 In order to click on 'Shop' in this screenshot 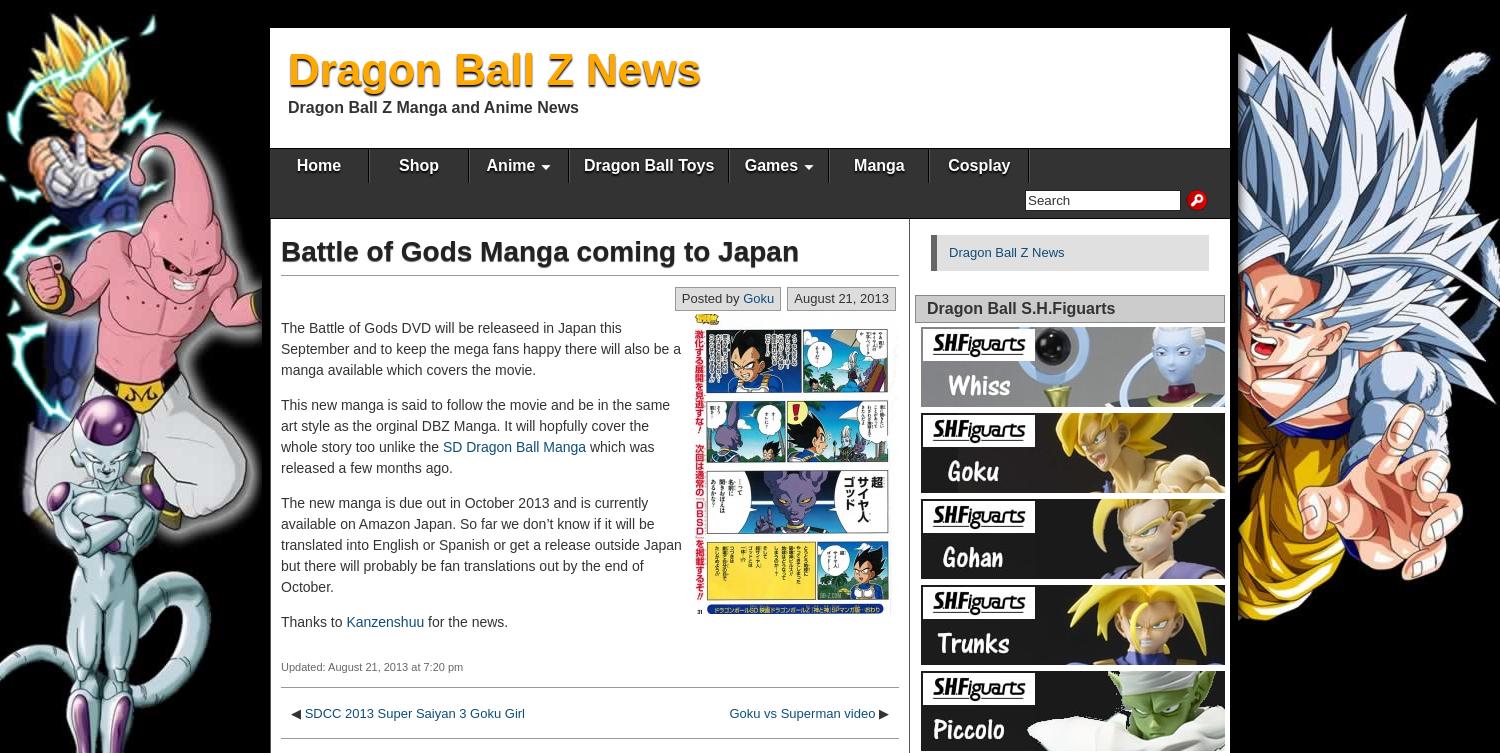, I will do `click(399, 164)`.